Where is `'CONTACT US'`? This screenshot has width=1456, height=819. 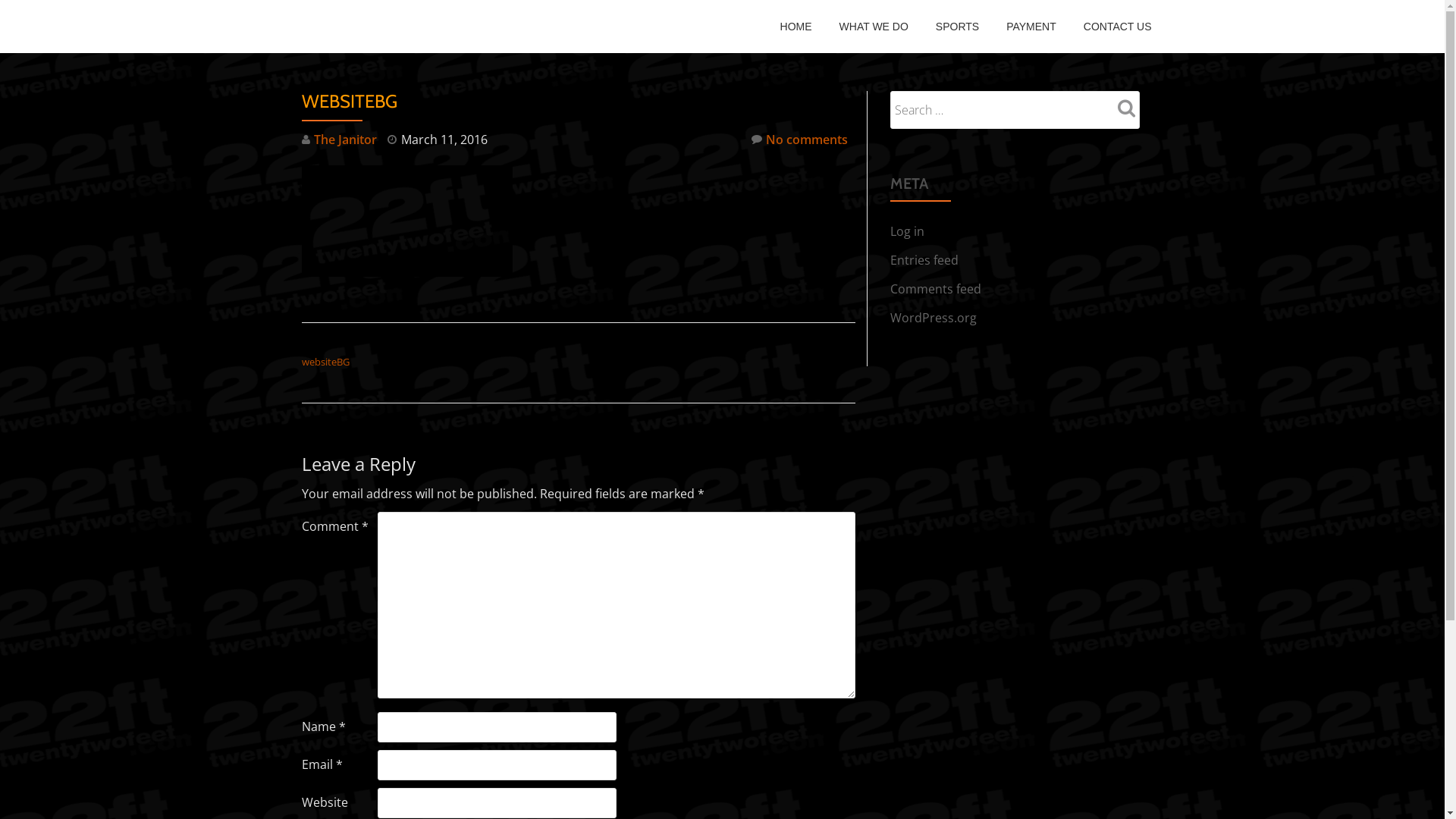 'CONTACT US' is located at coordinates (1117, 26).